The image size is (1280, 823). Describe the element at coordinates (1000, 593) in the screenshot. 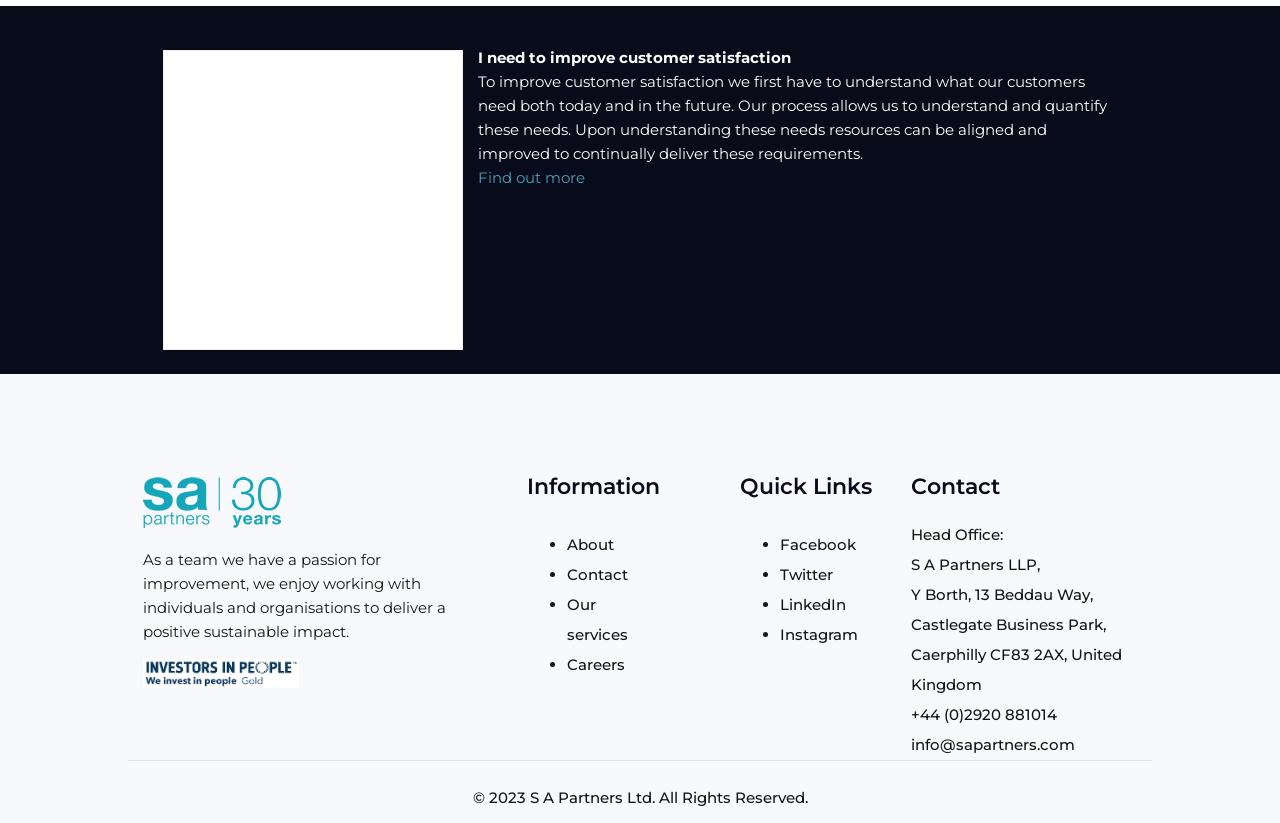

I see `'Y Borth, 13 Beddau Way,'` at that location.